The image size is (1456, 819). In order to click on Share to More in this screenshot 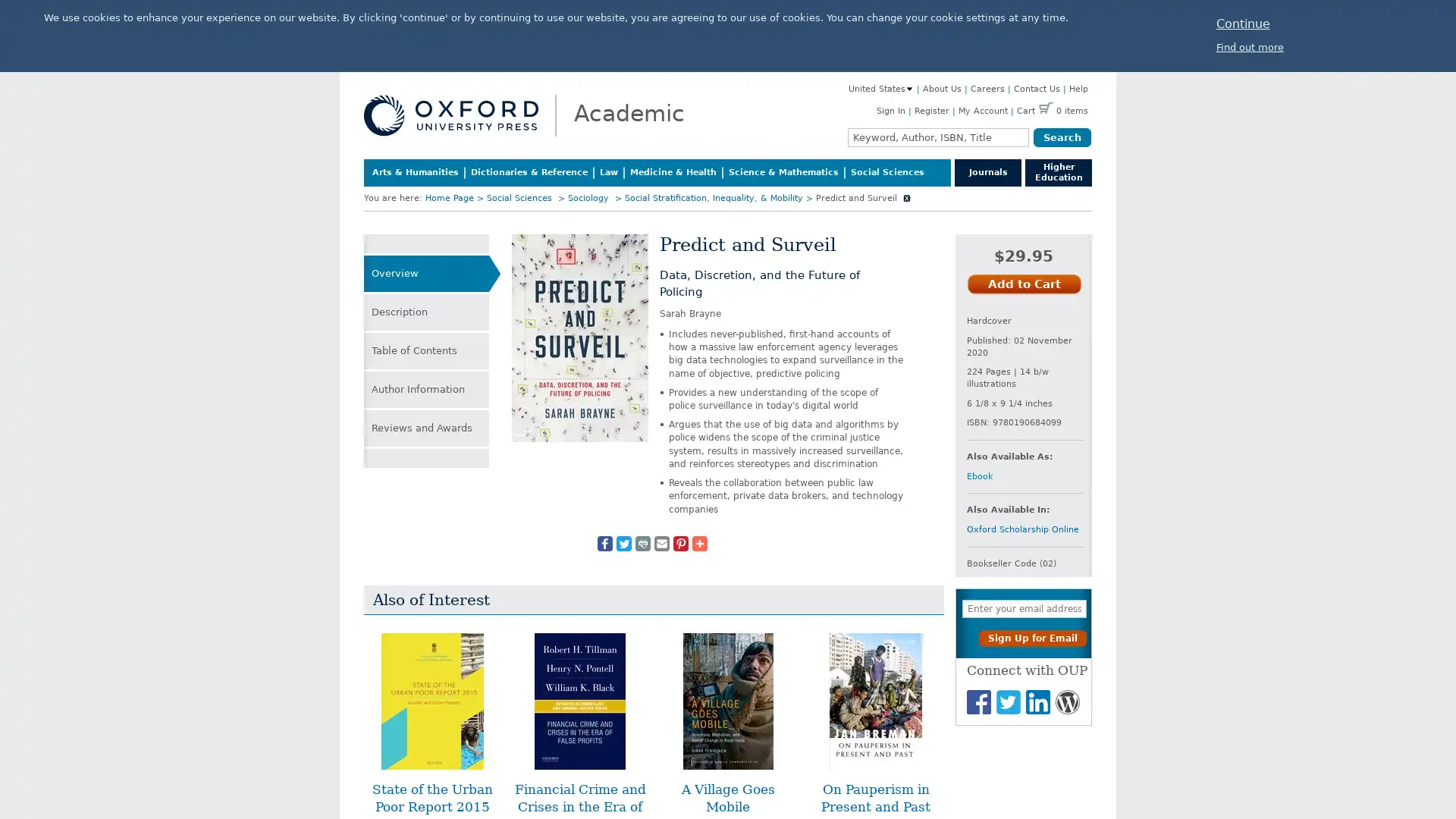, I will do `click(698, 542)`.